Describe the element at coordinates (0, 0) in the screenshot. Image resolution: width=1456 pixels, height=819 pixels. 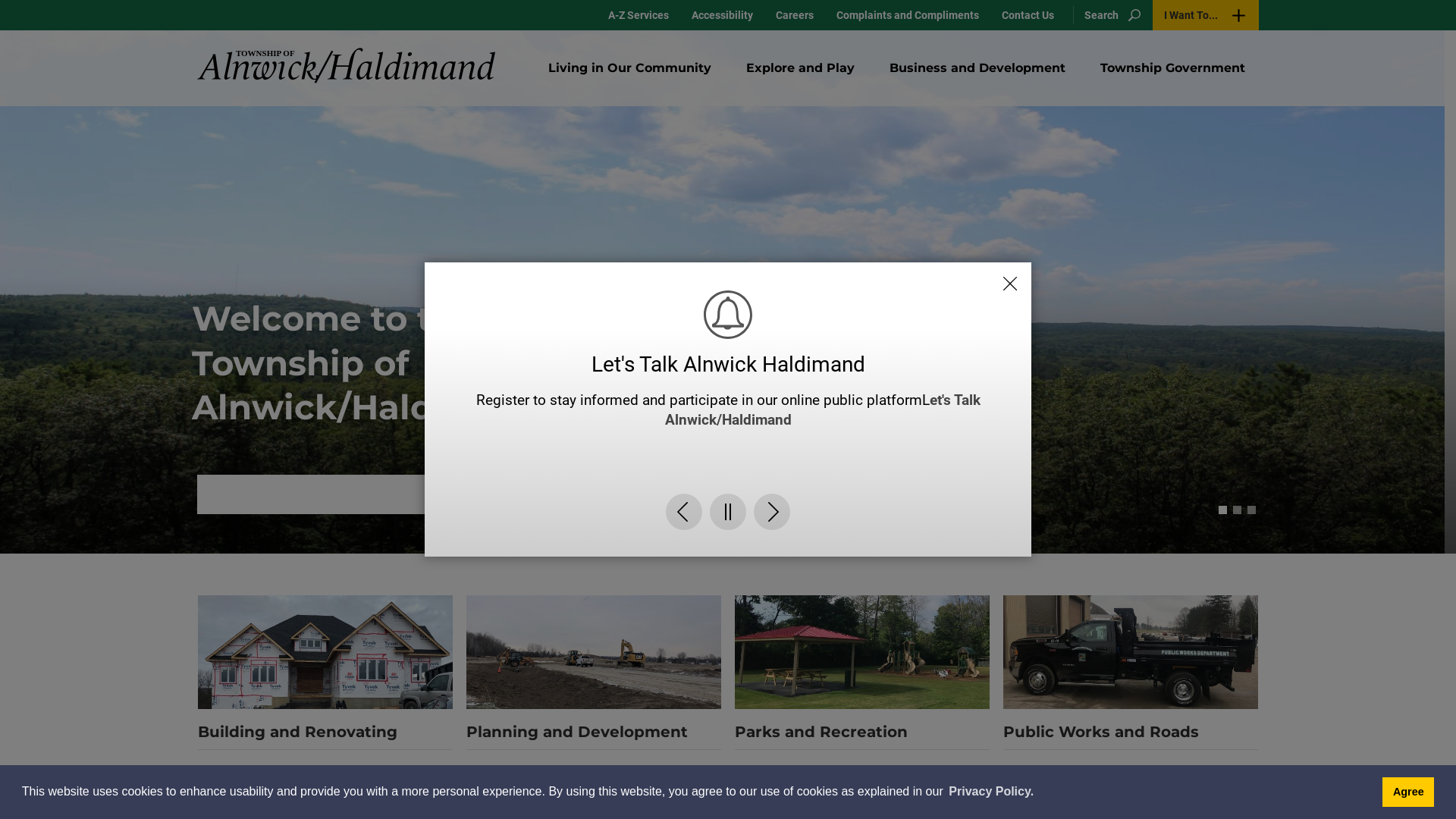
I see `'Skip to Content'` at that location.